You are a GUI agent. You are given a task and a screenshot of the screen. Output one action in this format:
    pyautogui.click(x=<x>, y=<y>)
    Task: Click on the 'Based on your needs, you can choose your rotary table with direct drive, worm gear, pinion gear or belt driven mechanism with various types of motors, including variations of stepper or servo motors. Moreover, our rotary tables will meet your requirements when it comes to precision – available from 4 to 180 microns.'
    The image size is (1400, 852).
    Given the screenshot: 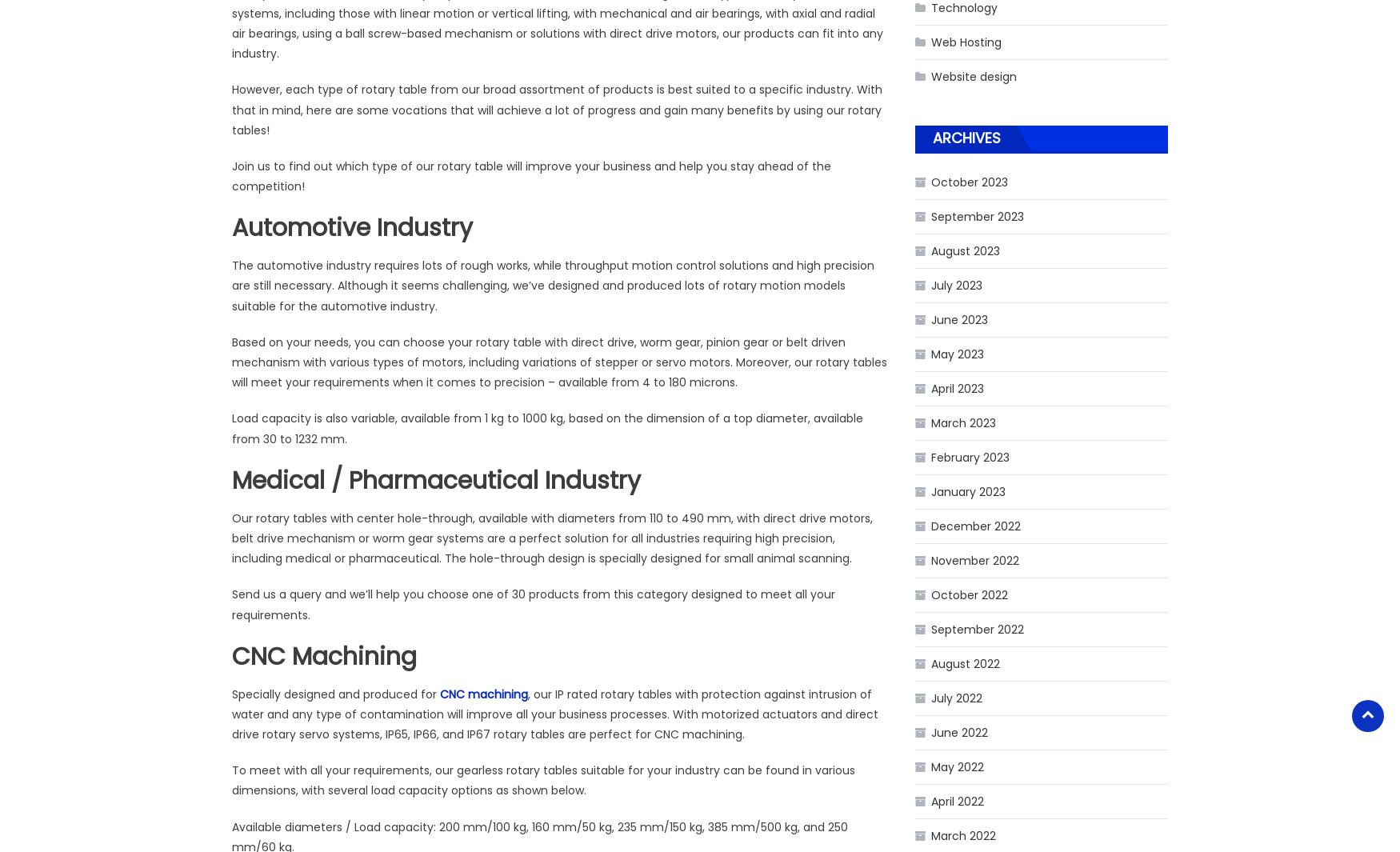 What is the action you would take?
    pyautogui.click(x=230, y=361)
    